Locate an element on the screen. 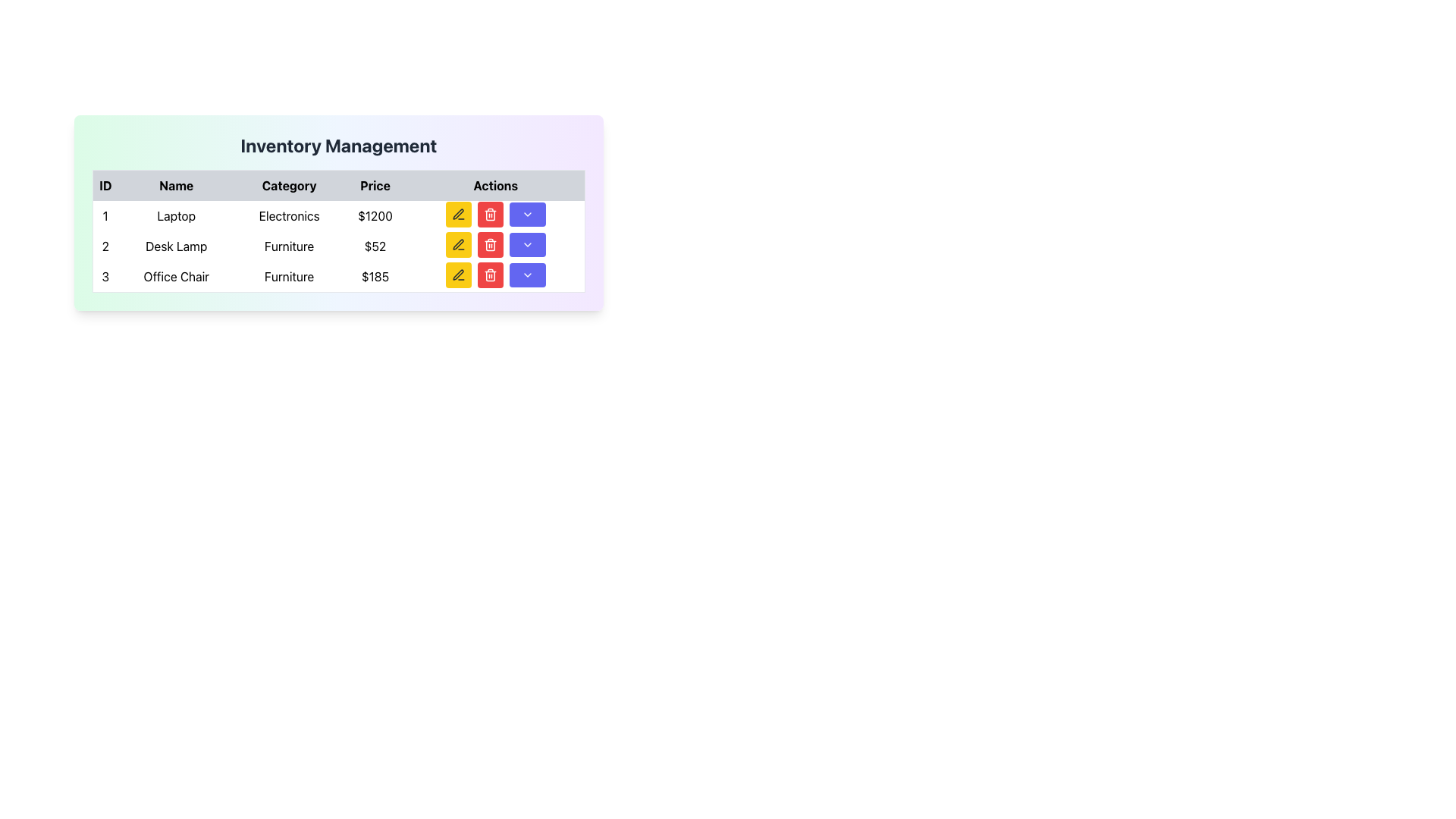 The image size is (1456, 819). the delete button in the 'Actions' column is located at coordinates (490, 244).